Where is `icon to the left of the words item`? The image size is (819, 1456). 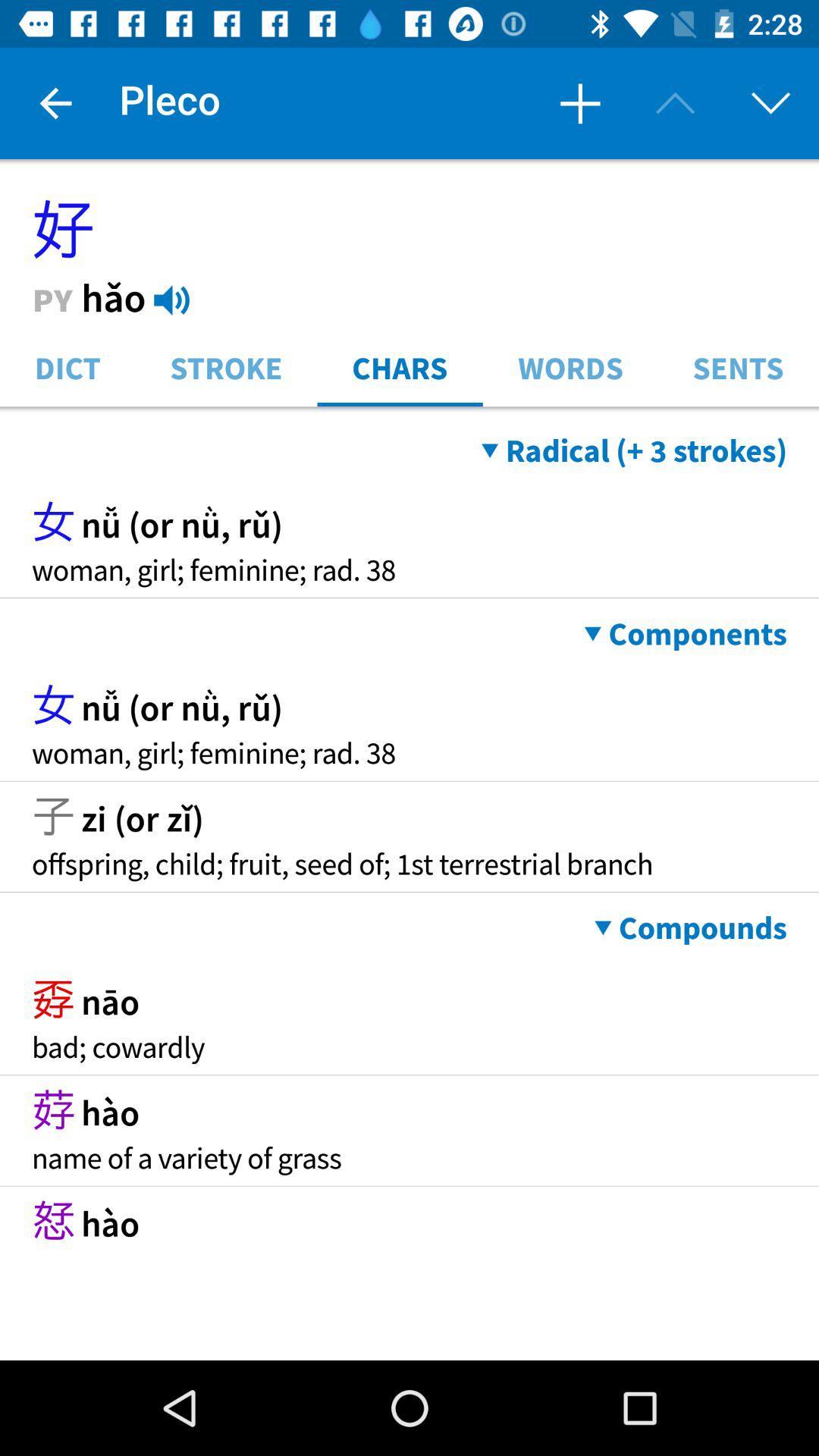 icon to the left of the words item is located at coordinates (399, 366).